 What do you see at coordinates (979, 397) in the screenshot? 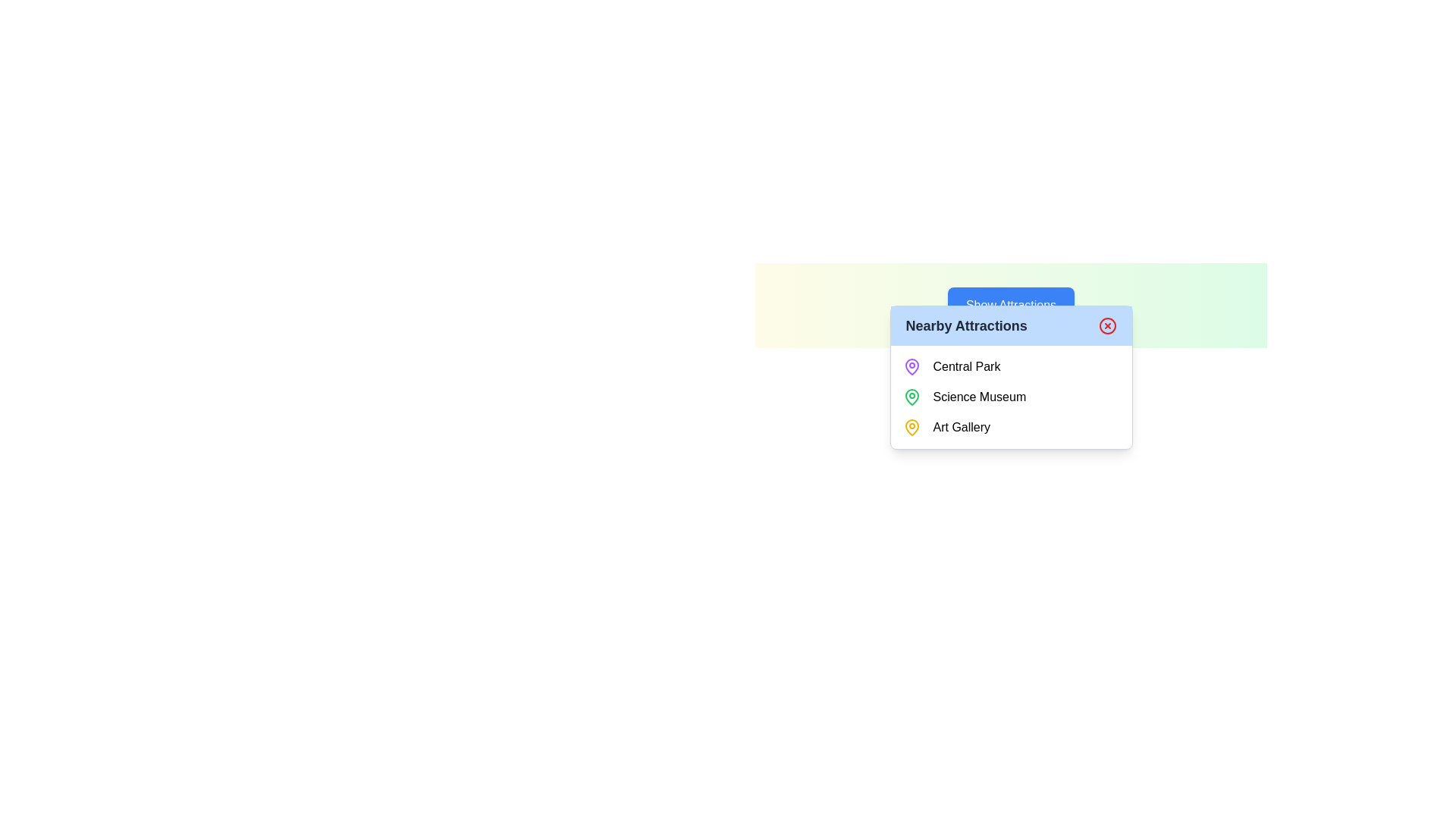
I see `the 'Science Museum' text label in the dropdown menu labeled 'Nearby Attractions'` at bounding box center [979, 397].